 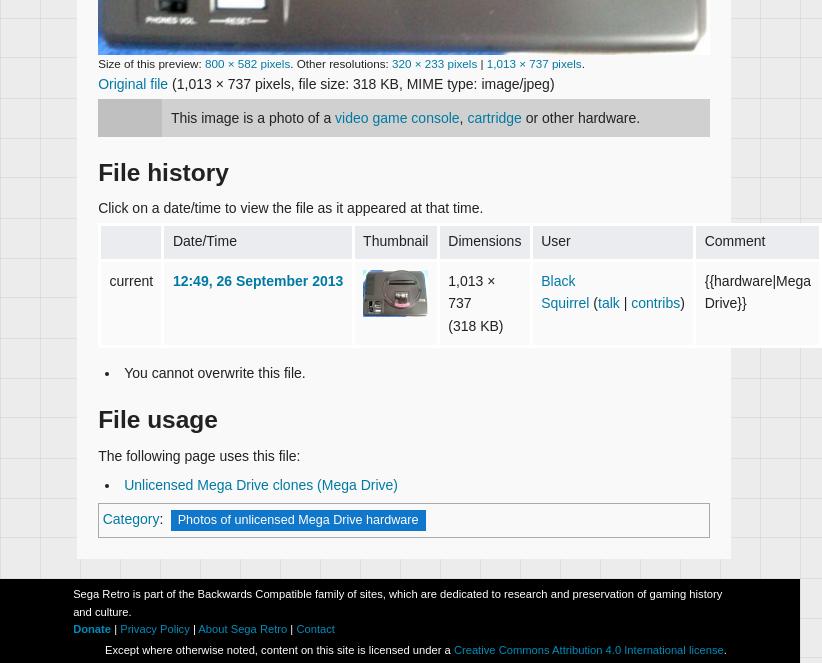 What do you see at coordinates (734, 241) in the screenshot?
I see `'Comment'` at bounding box center [734, 241].